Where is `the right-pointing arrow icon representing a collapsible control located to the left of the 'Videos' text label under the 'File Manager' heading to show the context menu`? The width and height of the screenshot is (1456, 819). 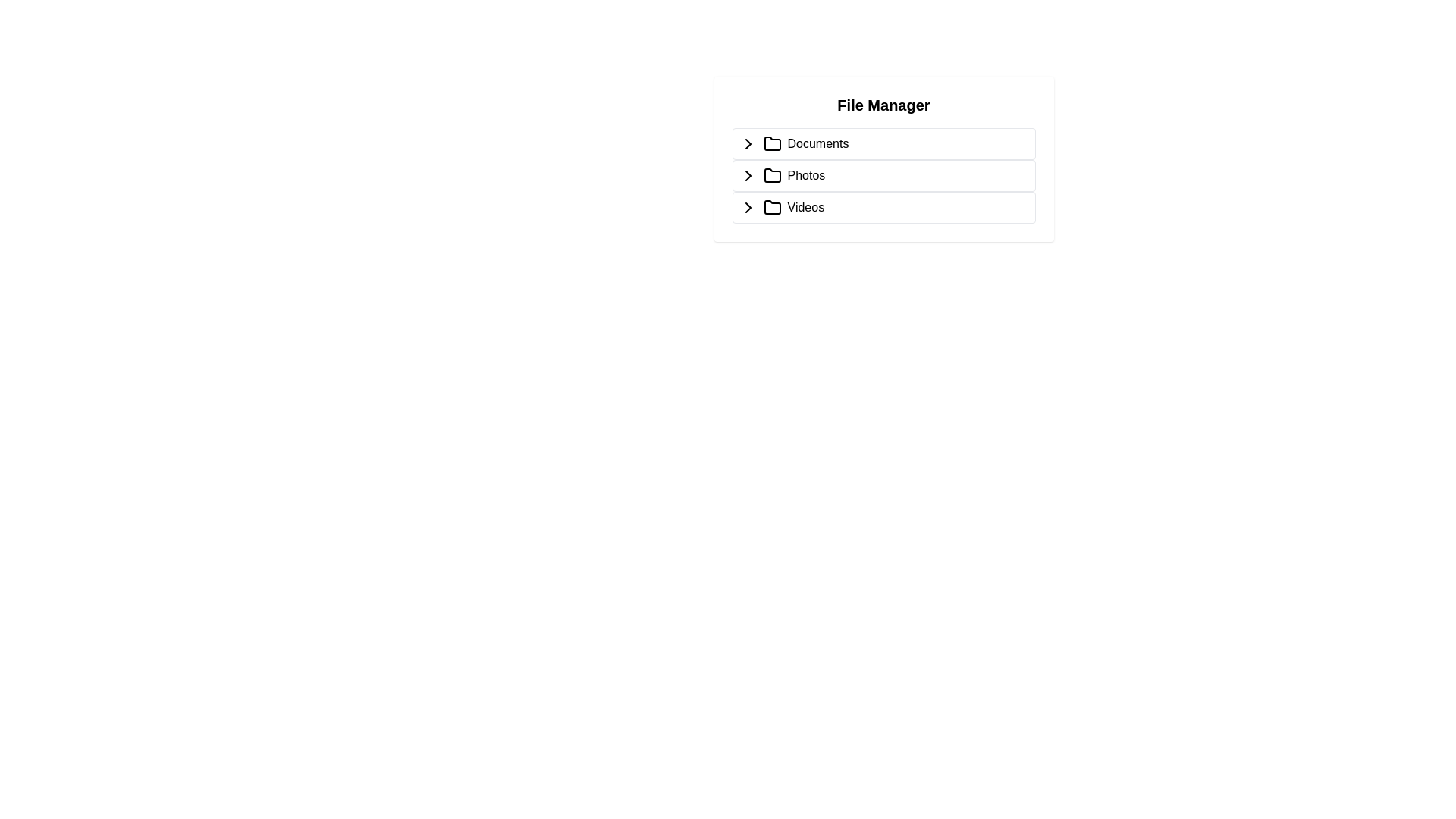 the right-pointing arrow icon representing a collapsible control located to the left of the 'Videos' text label under the 'File Manager' heading to show the context menu is located at coordinates (748, 207).